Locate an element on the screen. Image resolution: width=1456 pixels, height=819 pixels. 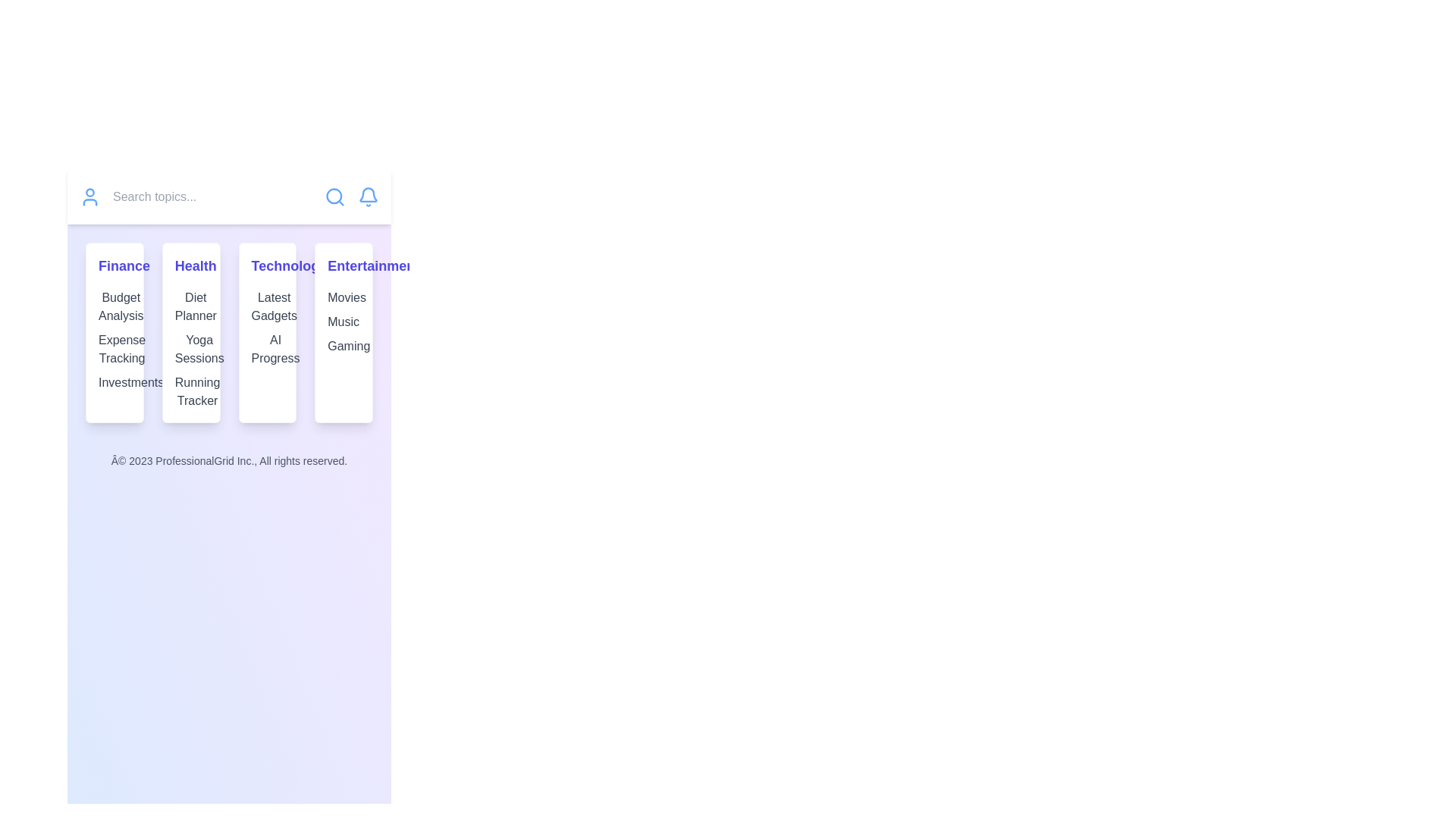
the notification bell-shaped icon with a blue hue located at the far-right end of the horizontal layout is located at coordinates (368, 196).